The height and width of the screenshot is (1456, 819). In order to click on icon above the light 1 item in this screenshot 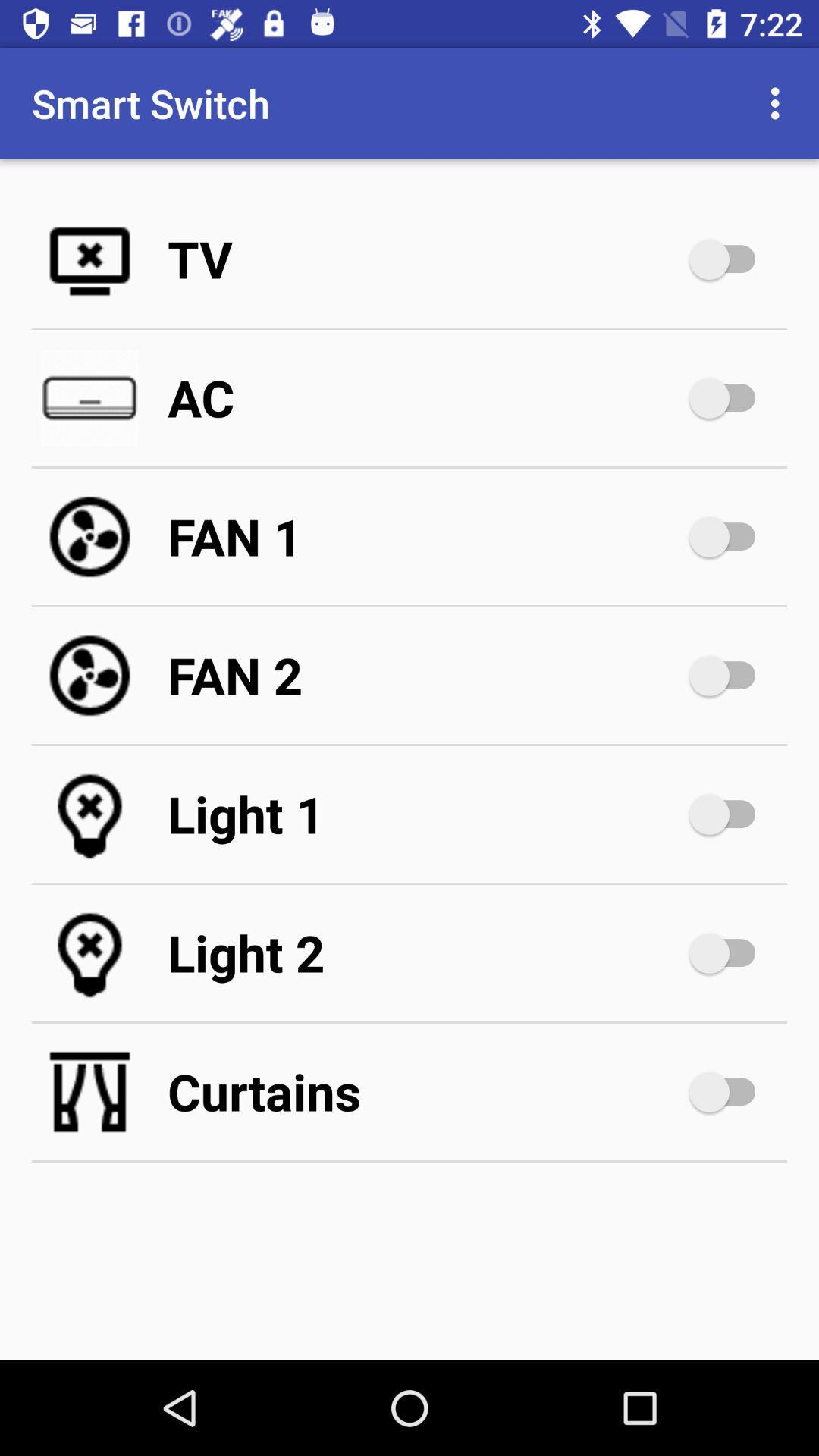, I will do `click(425, 675)`.